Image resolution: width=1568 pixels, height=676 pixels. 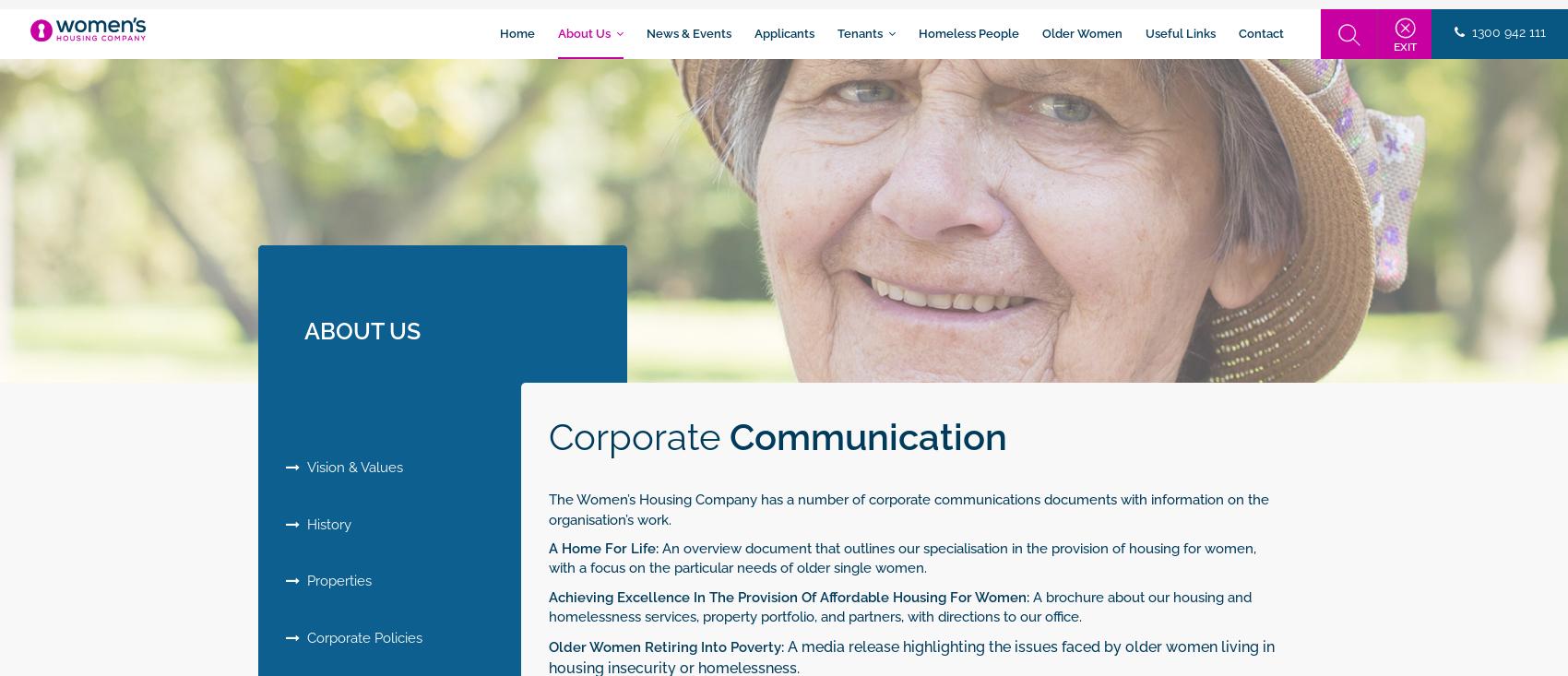 What do you see at coordinates (350, 467) in the screenshot?
I see `'Vision & Values'` at bounding box center [350, 467].